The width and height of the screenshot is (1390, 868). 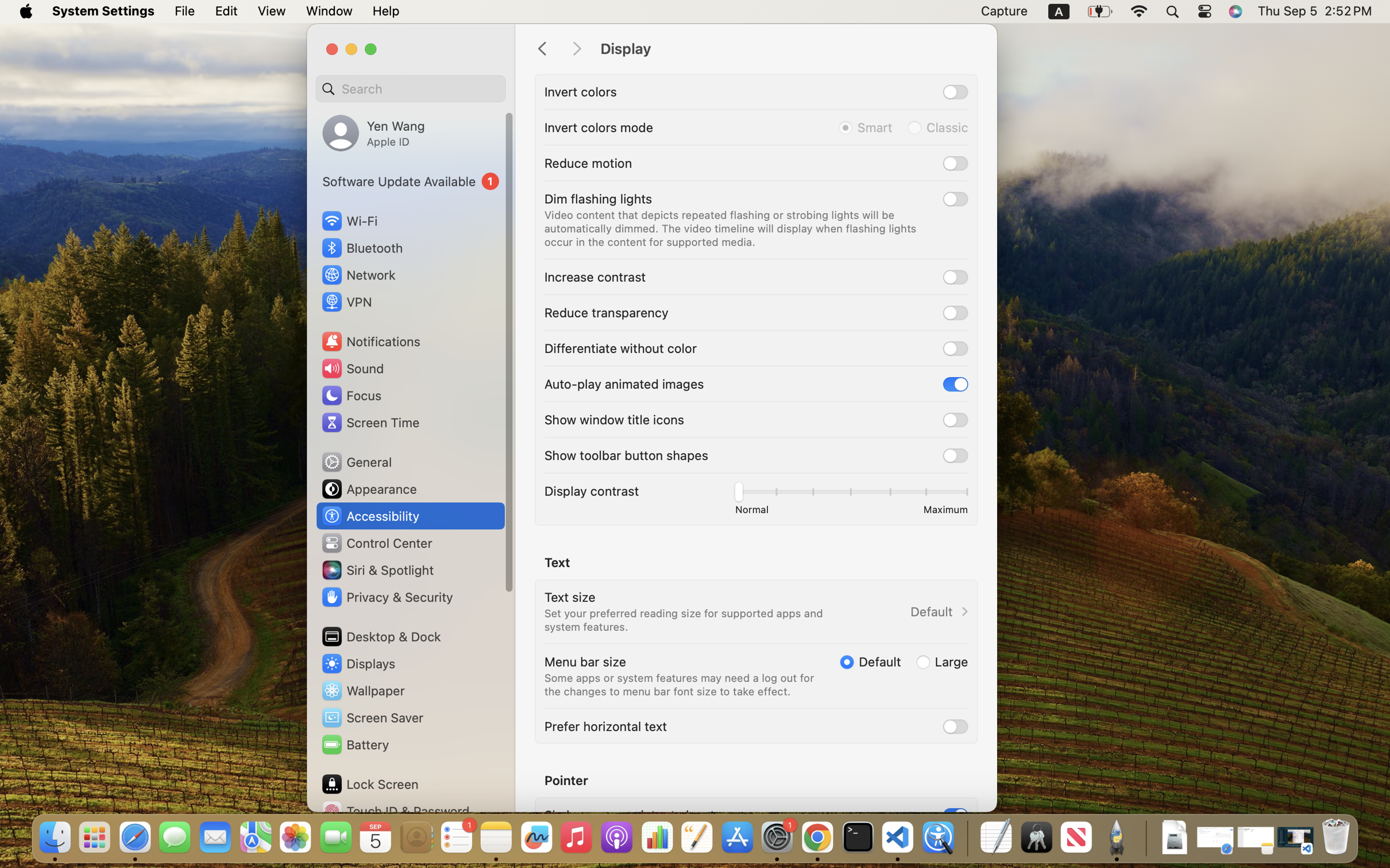 What do you see at coordinates (385, 596) in the screenshot?
I see `'Privacy & Security'` at bounding box center [385, 596].